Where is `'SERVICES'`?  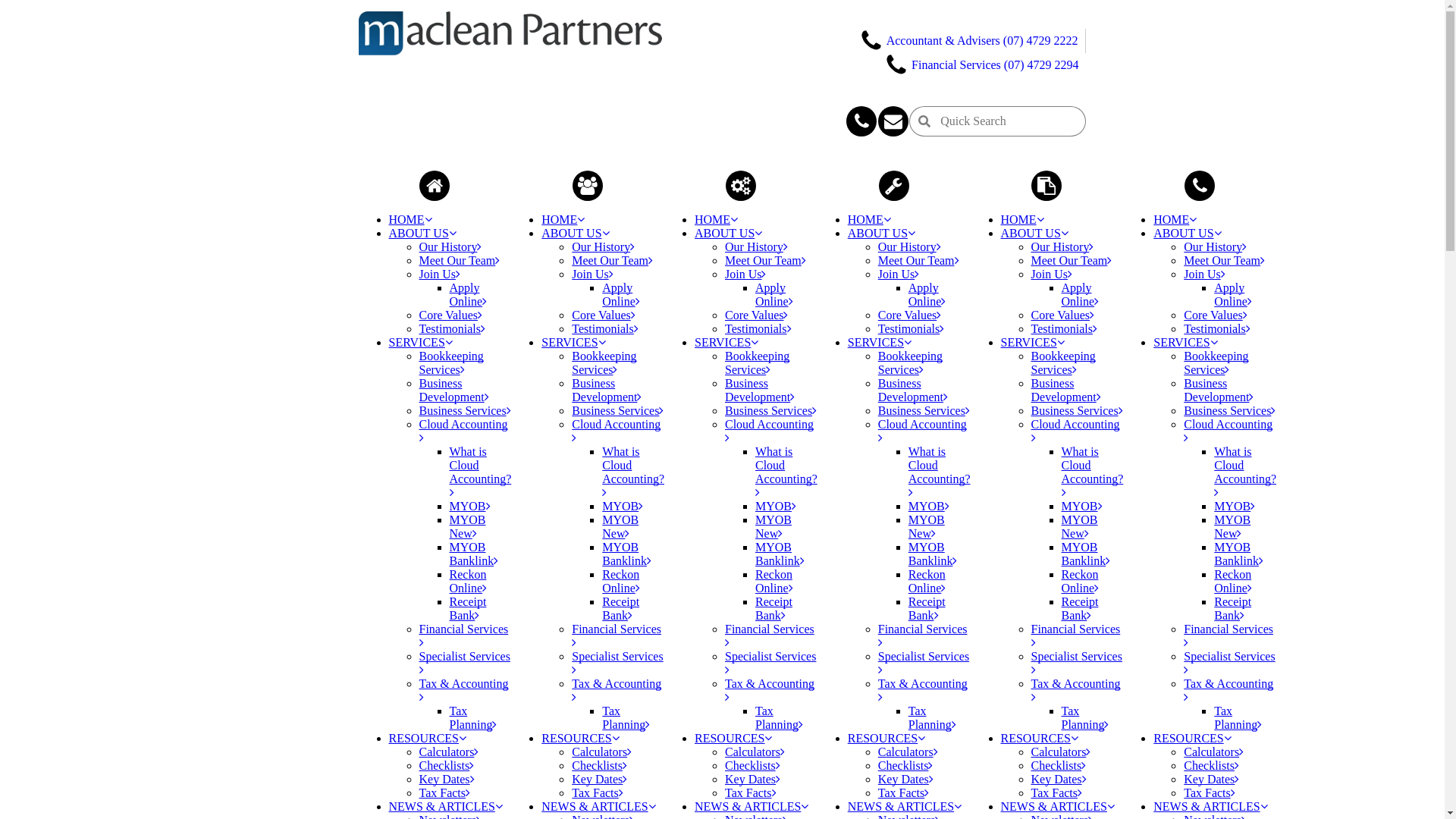
'SERVICES' is located at coordinates (419, 342).